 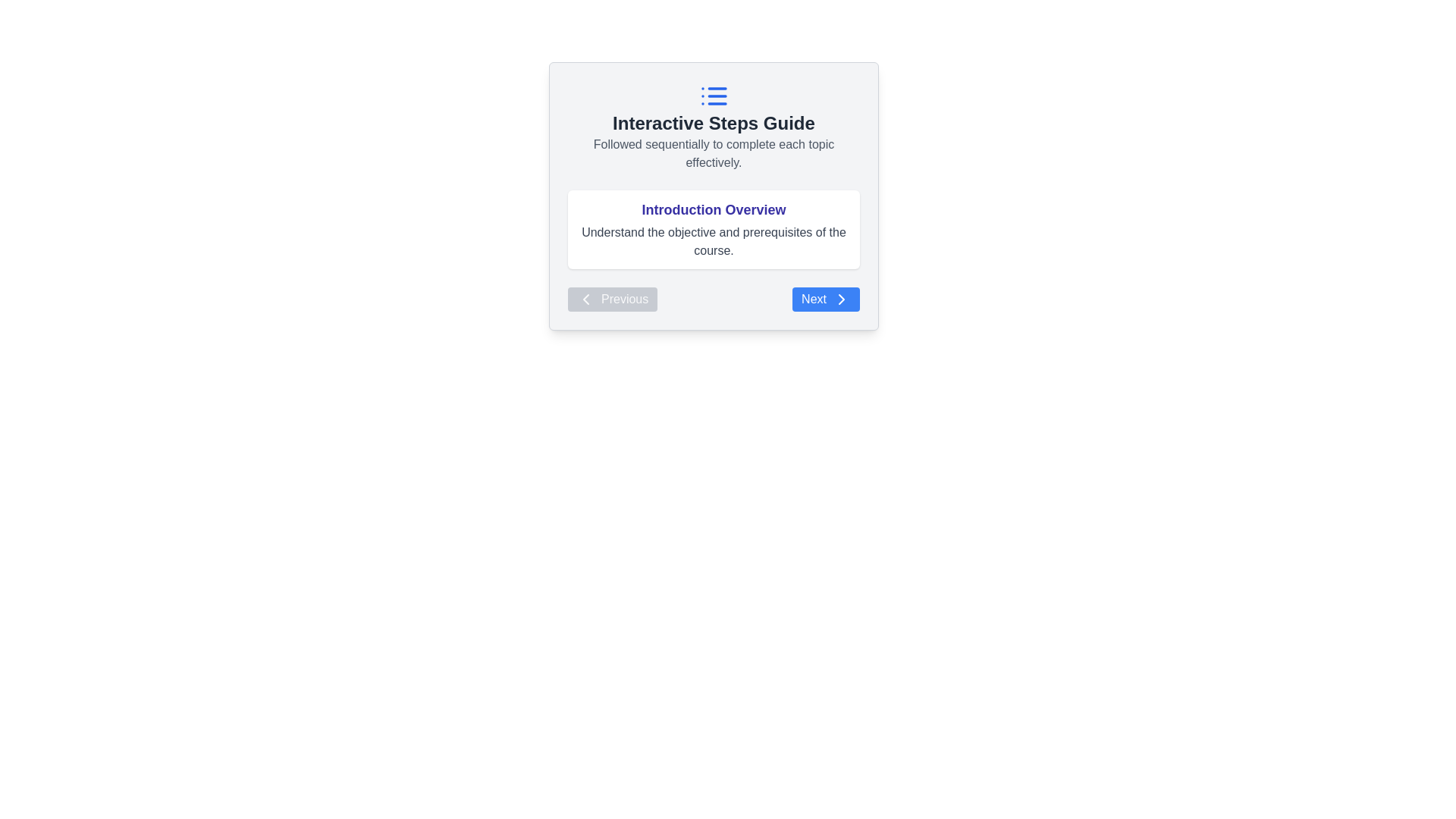 What do you see at coordinates (585, 299) in the screenshot?
I see `the backward navigation icon located to the left of the 'Previous' button text at the bottom-left of the interface` at bounding box center [585, 299].